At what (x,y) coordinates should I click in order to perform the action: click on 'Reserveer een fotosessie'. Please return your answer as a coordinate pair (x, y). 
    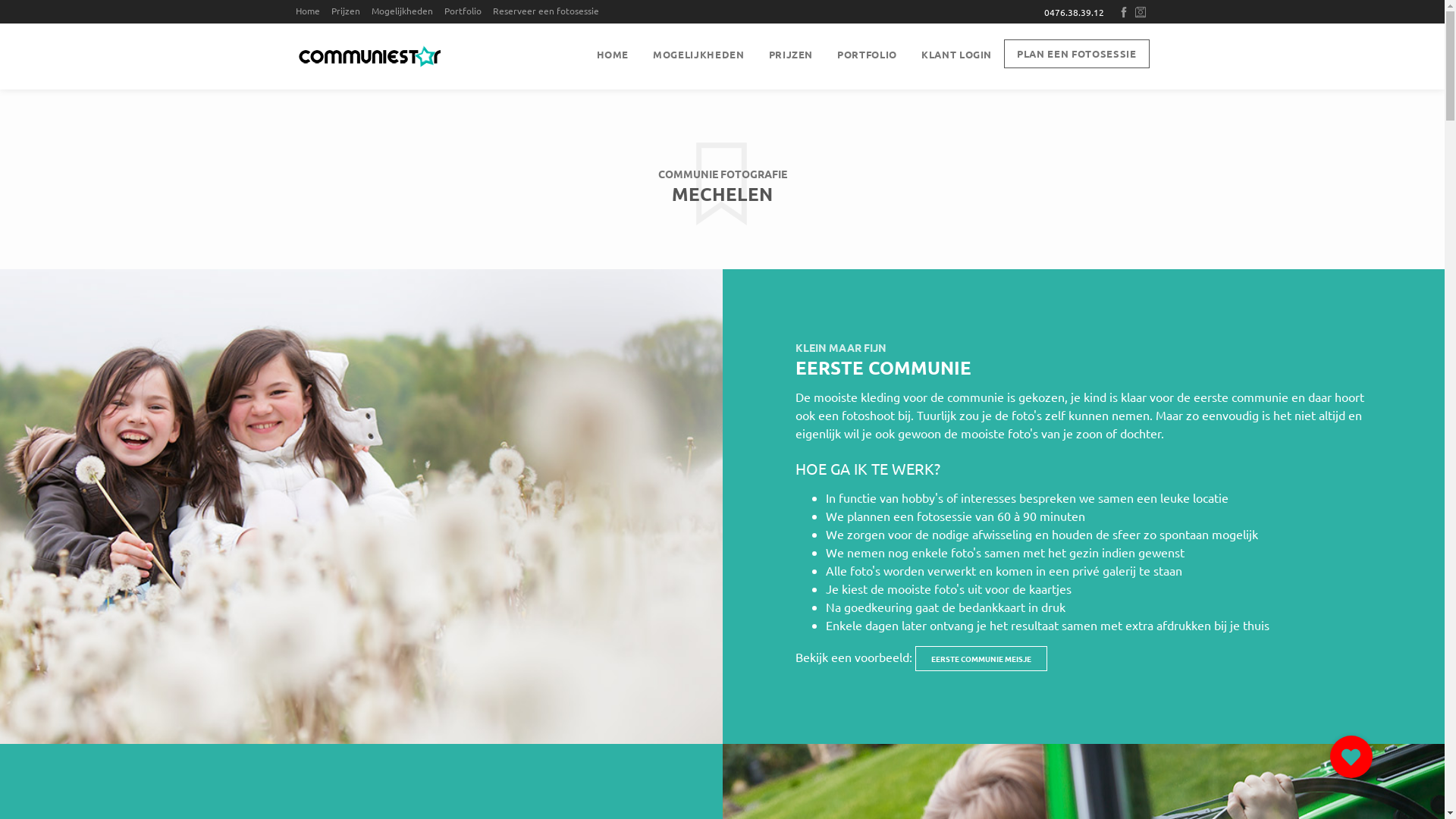
    Looking at the image, I should click on (549, 11).